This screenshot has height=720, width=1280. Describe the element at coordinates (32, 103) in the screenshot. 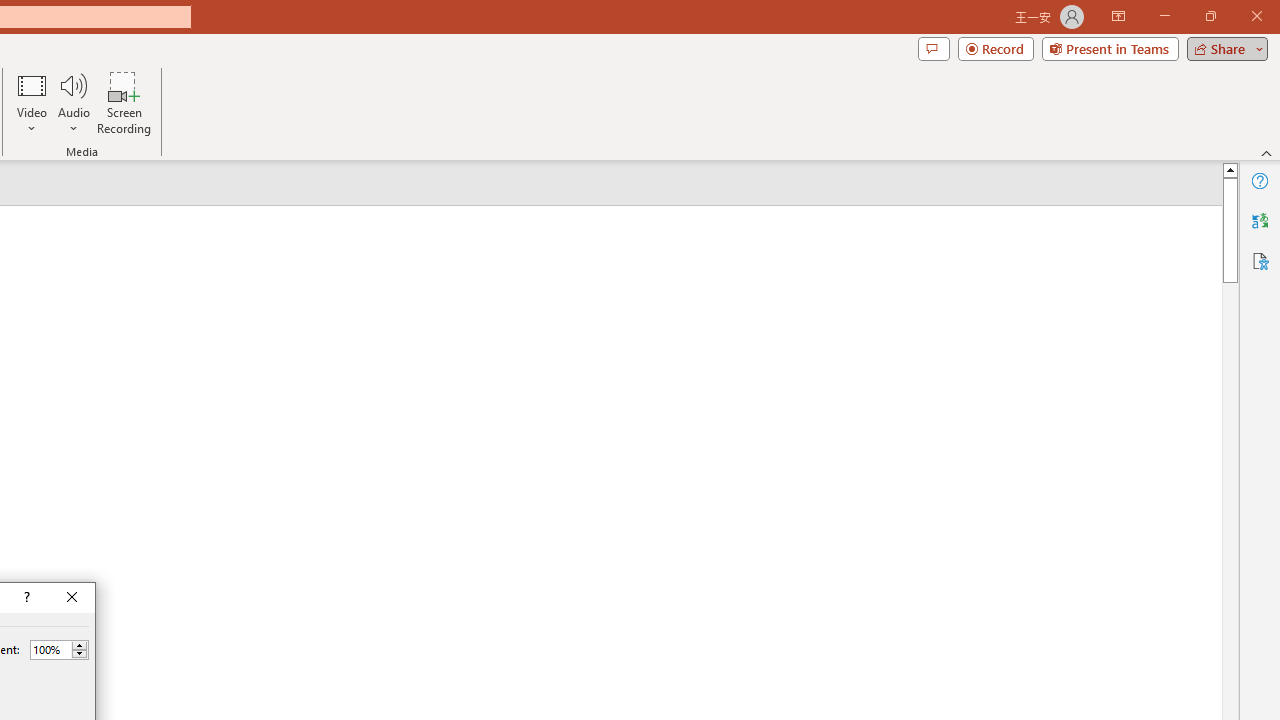

I see `'Video'` at that location.